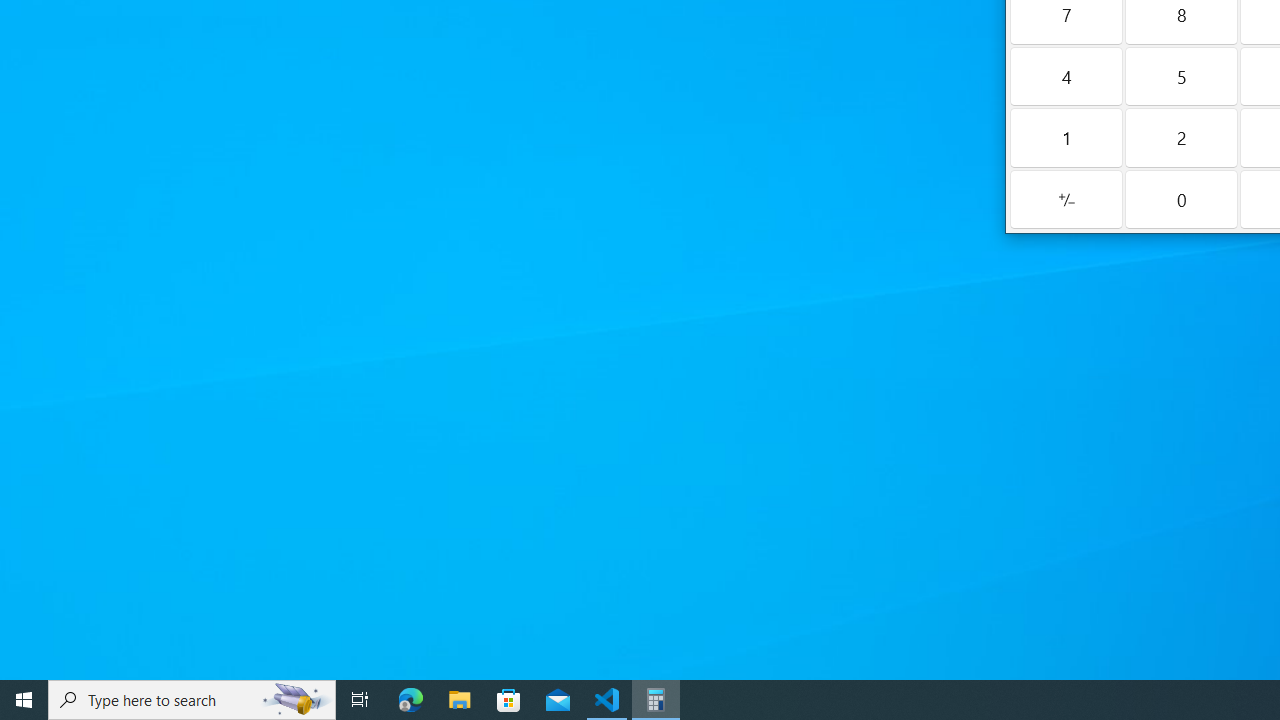  Describe the element at coordinates (656, 698) in the screenshot. I see `'Calculator - 1 running window'` at that location.